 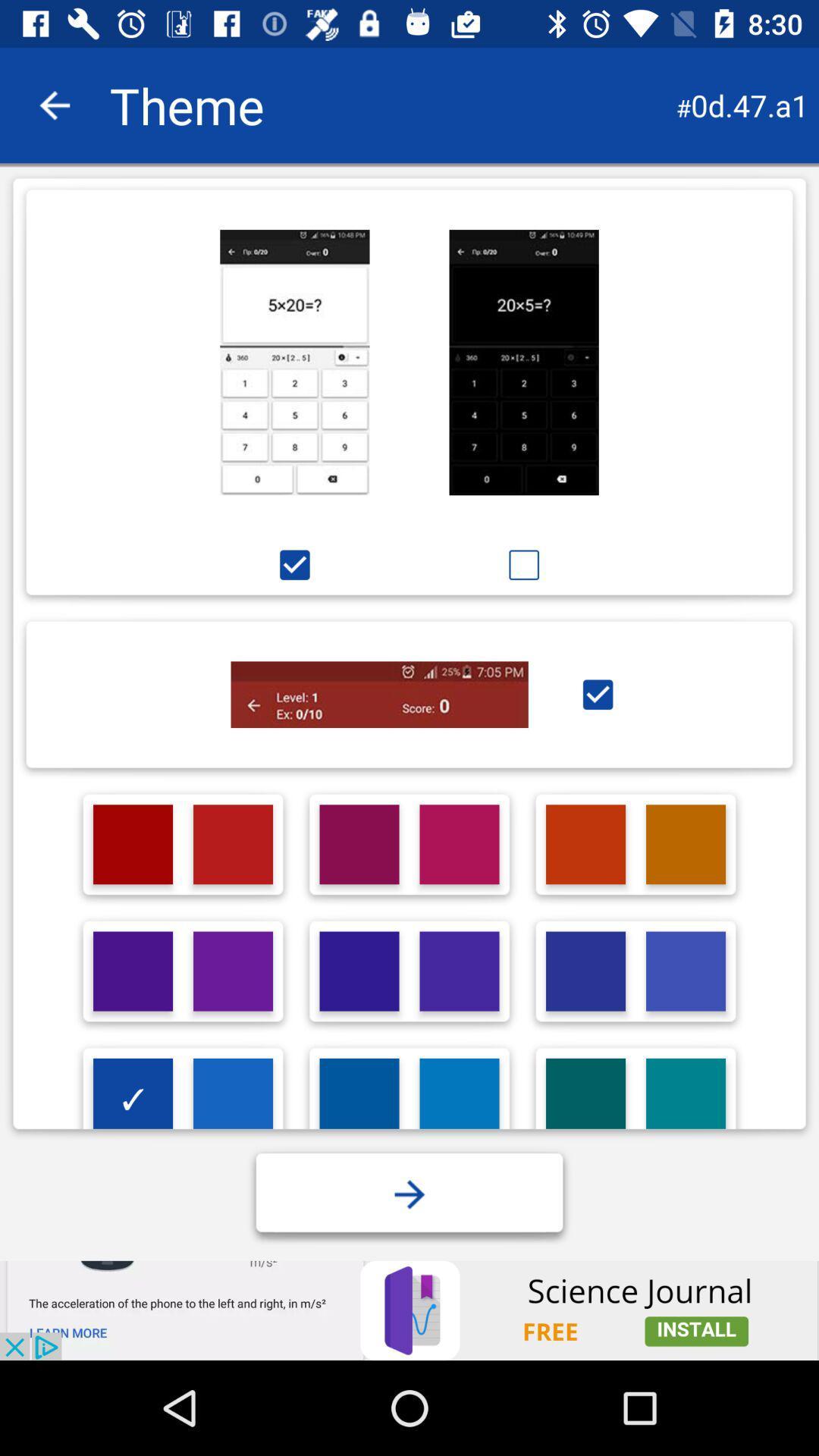 I want to click on choose a colour, so click(x=686, y=971).